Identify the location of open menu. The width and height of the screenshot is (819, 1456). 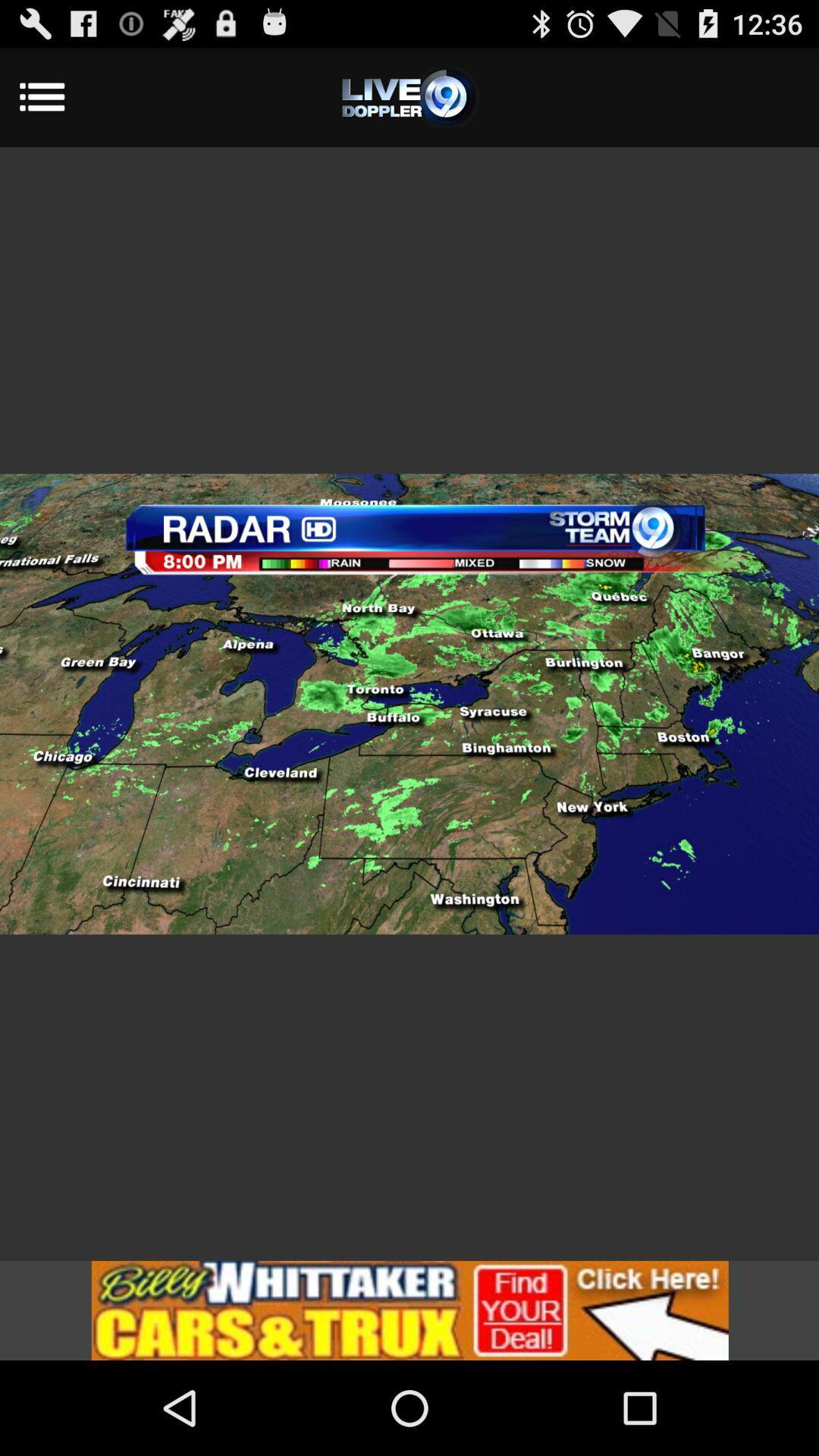
(409, 96).